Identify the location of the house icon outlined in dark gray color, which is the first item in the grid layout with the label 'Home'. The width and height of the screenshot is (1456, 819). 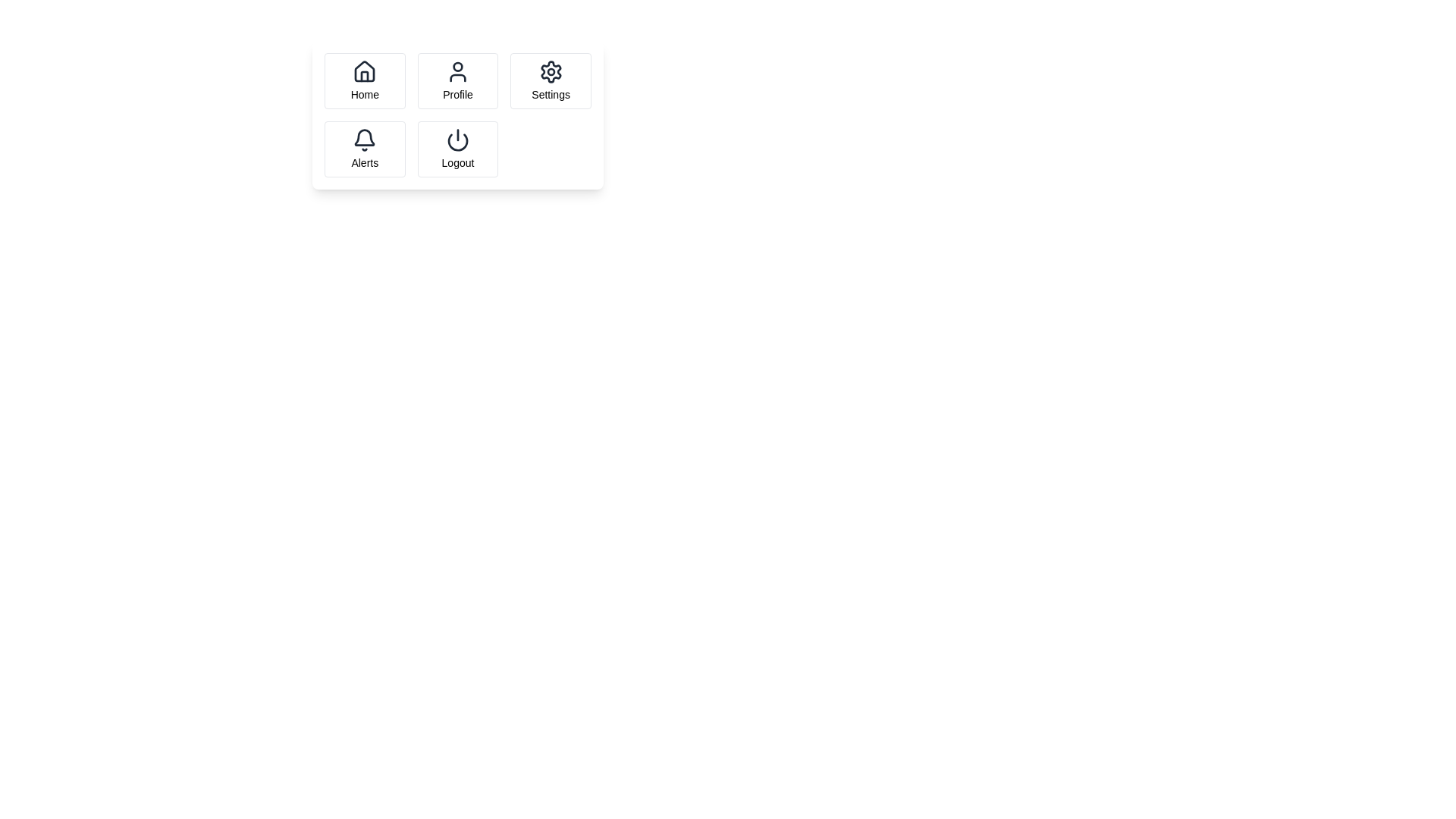
(365, 72).